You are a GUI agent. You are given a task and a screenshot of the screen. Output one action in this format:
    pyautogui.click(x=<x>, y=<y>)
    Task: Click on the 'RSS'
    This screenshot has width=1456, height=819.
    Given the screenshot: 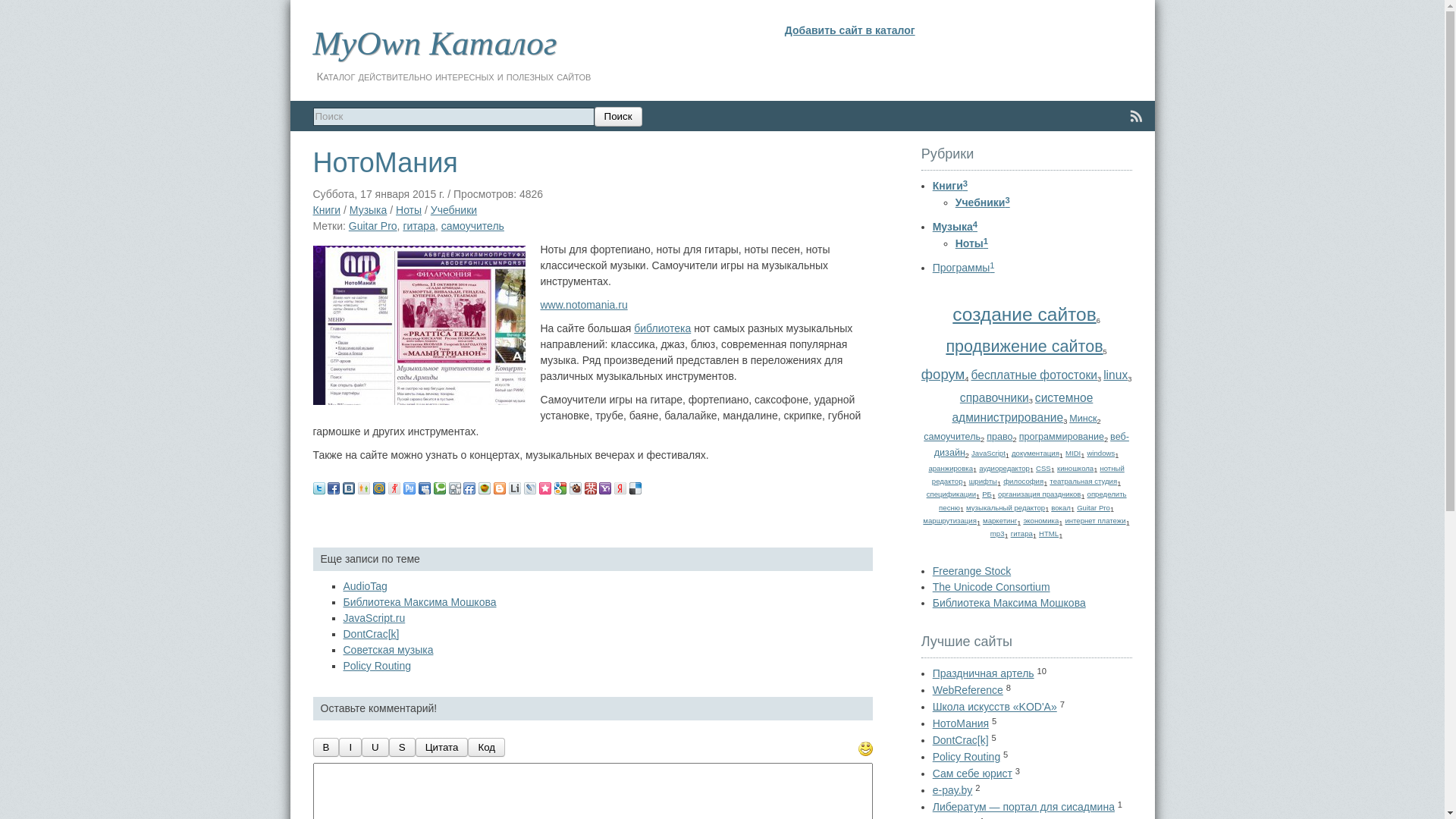 What is the action you would take?
    pyautogui.click(x=1125, y=115)
    